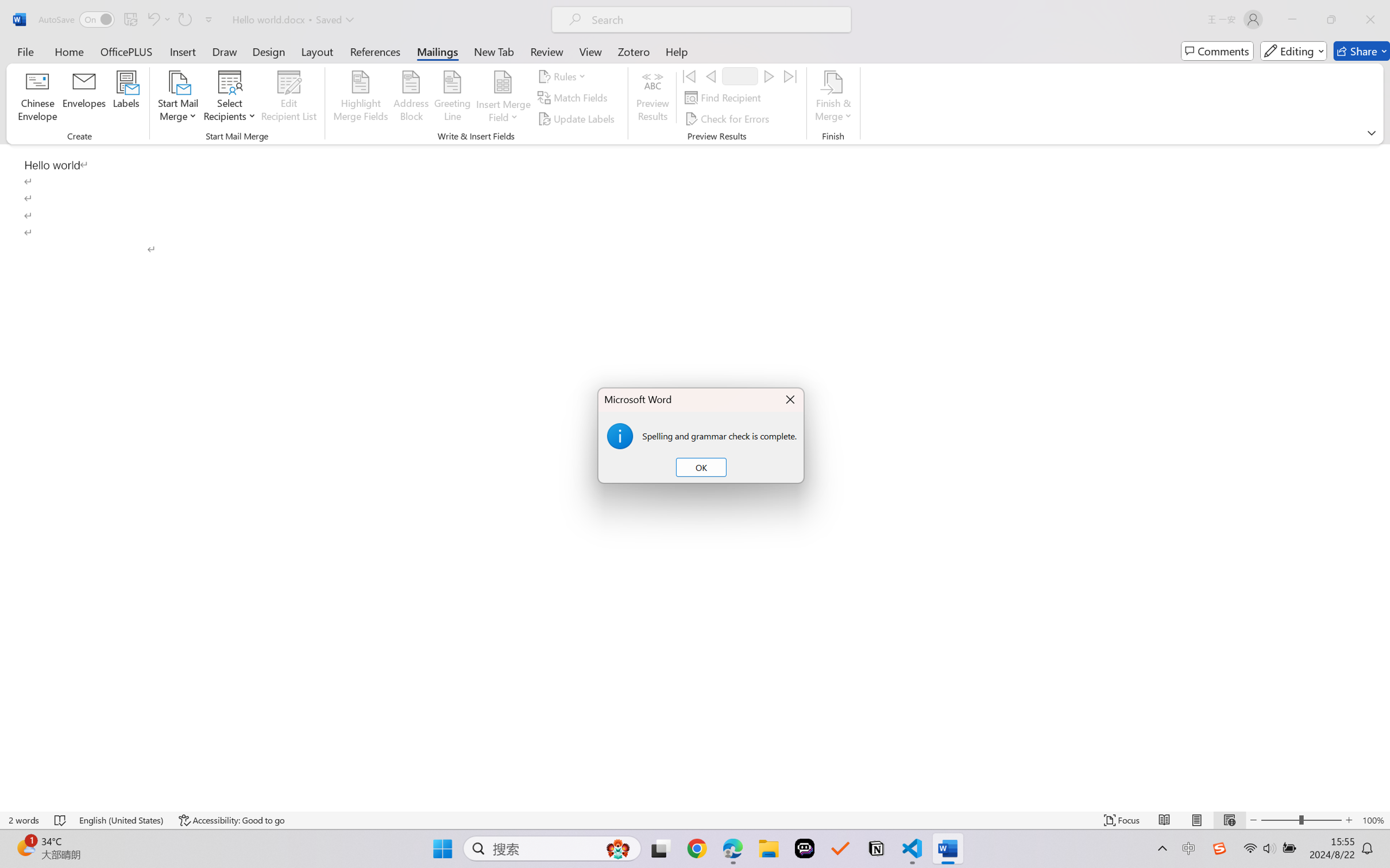 This screenshot has height=868, width=1390. Describe the element at coordinates (1219, 848) in the screenshot. I see `'Class: Image'` at that location.